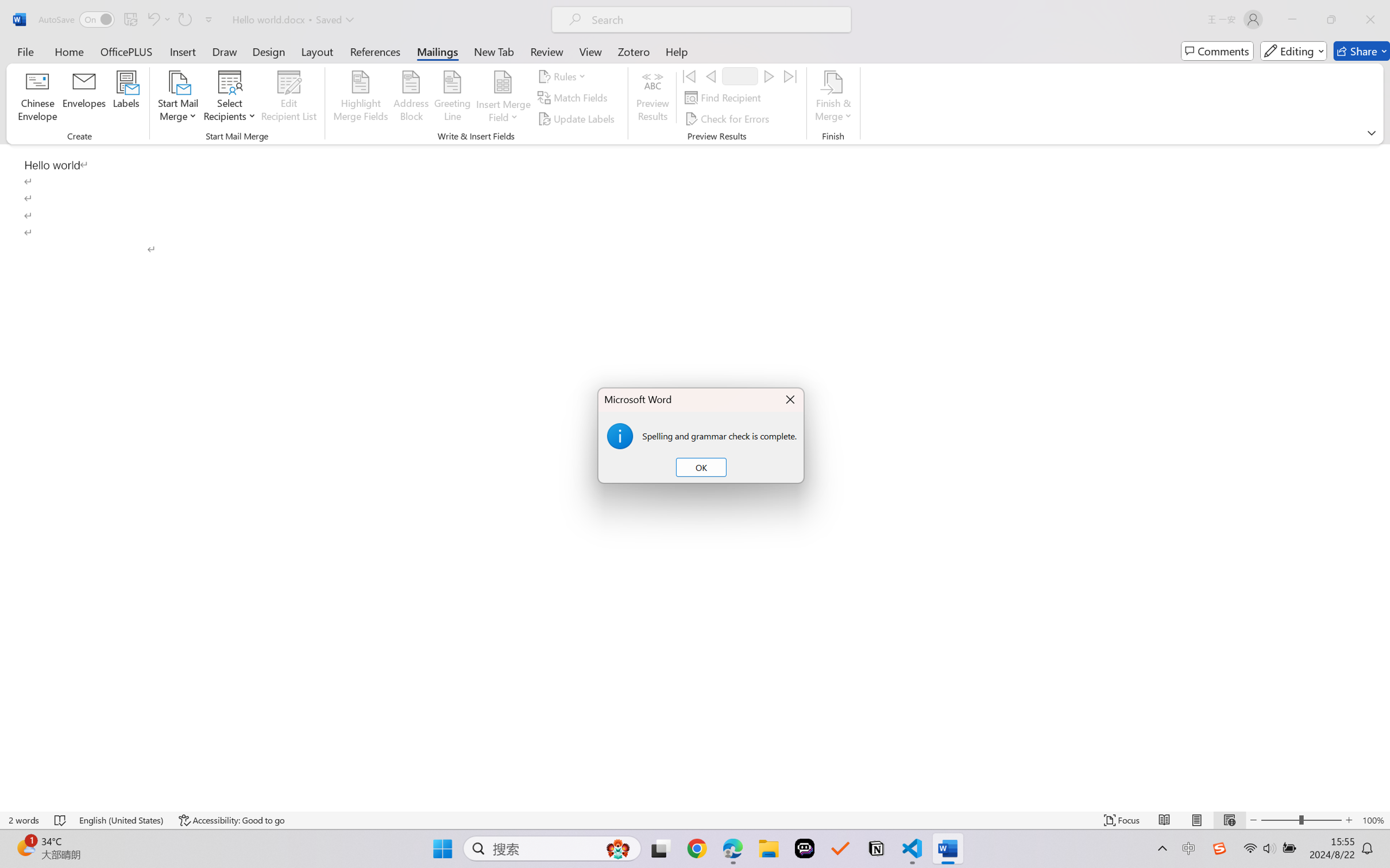 This screenshot has height=868, width=1390. Describe the element at coordinates (1219, 848) in the screenshot. I see `'Class: Image'` at that location.